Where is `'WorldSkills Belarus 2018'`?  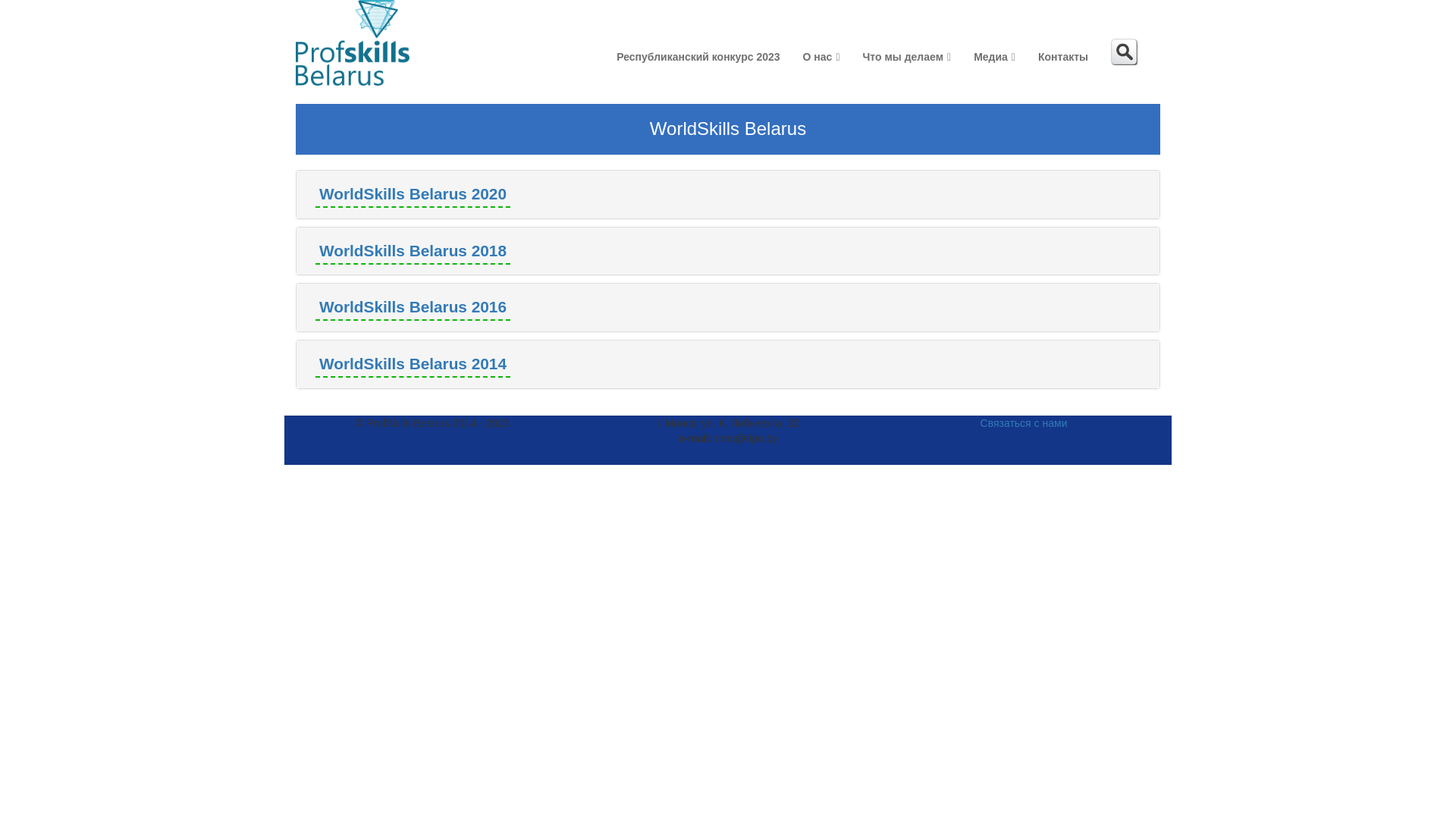
'WorldSkills Belarus 2018' is located at coordinates (315, 250).